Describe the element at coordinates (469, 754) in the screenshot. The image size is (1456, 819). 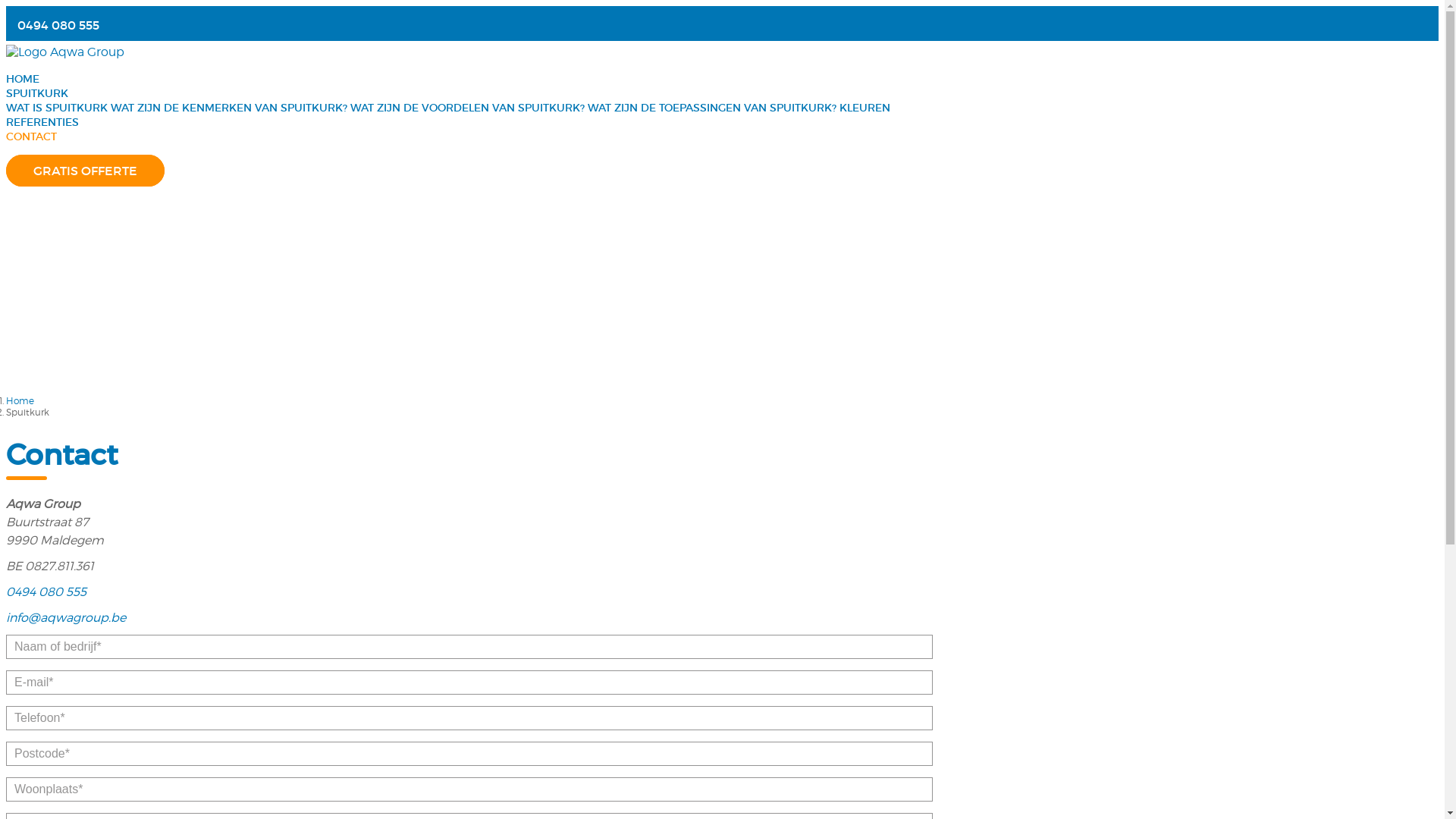
I see `'Tik uw postcode in aub.'` at that location.